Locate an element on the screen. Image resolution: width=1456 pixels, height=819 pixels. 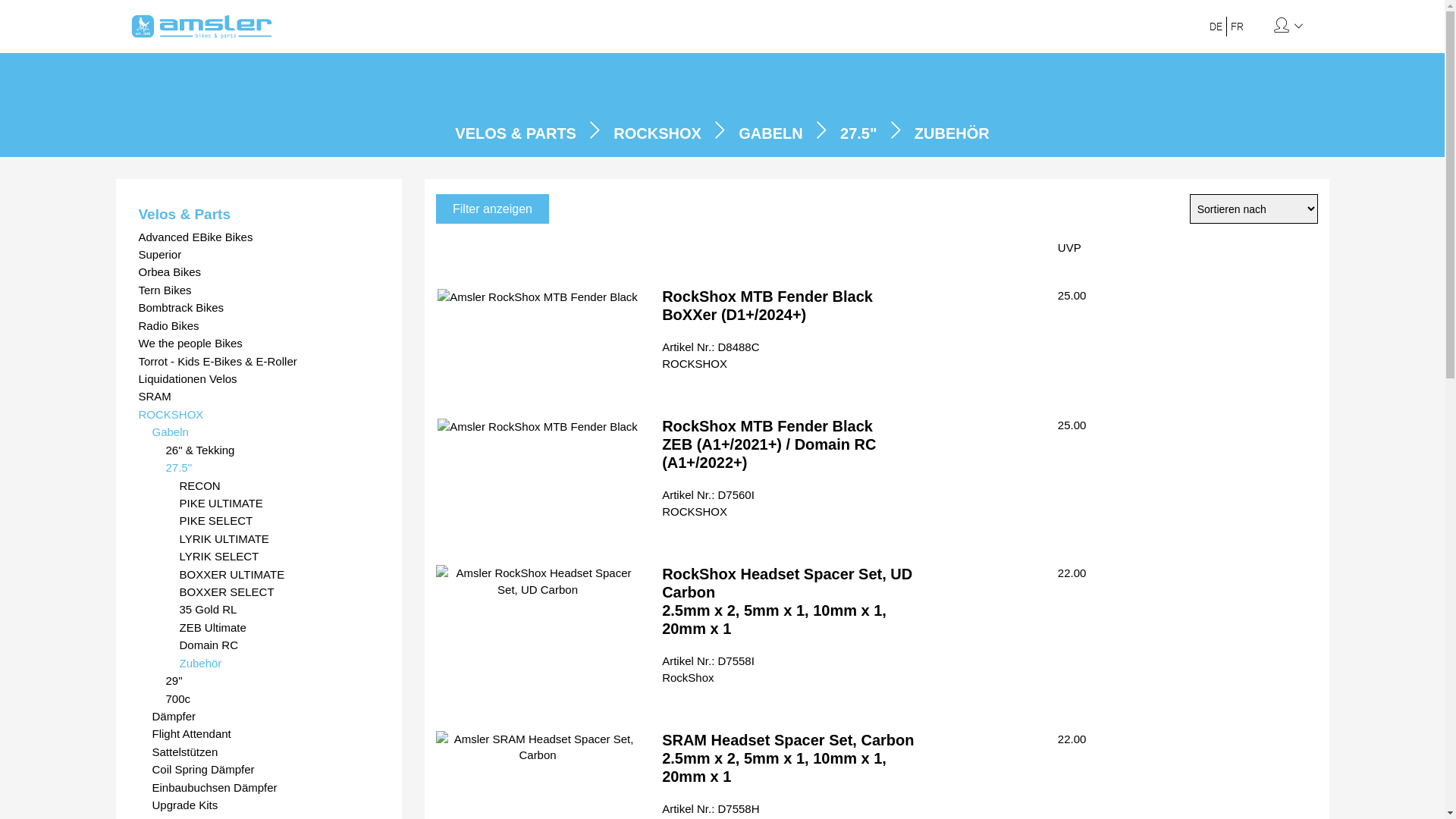
'RockShox MTB Fender Black is located at coordinates (662, 305).